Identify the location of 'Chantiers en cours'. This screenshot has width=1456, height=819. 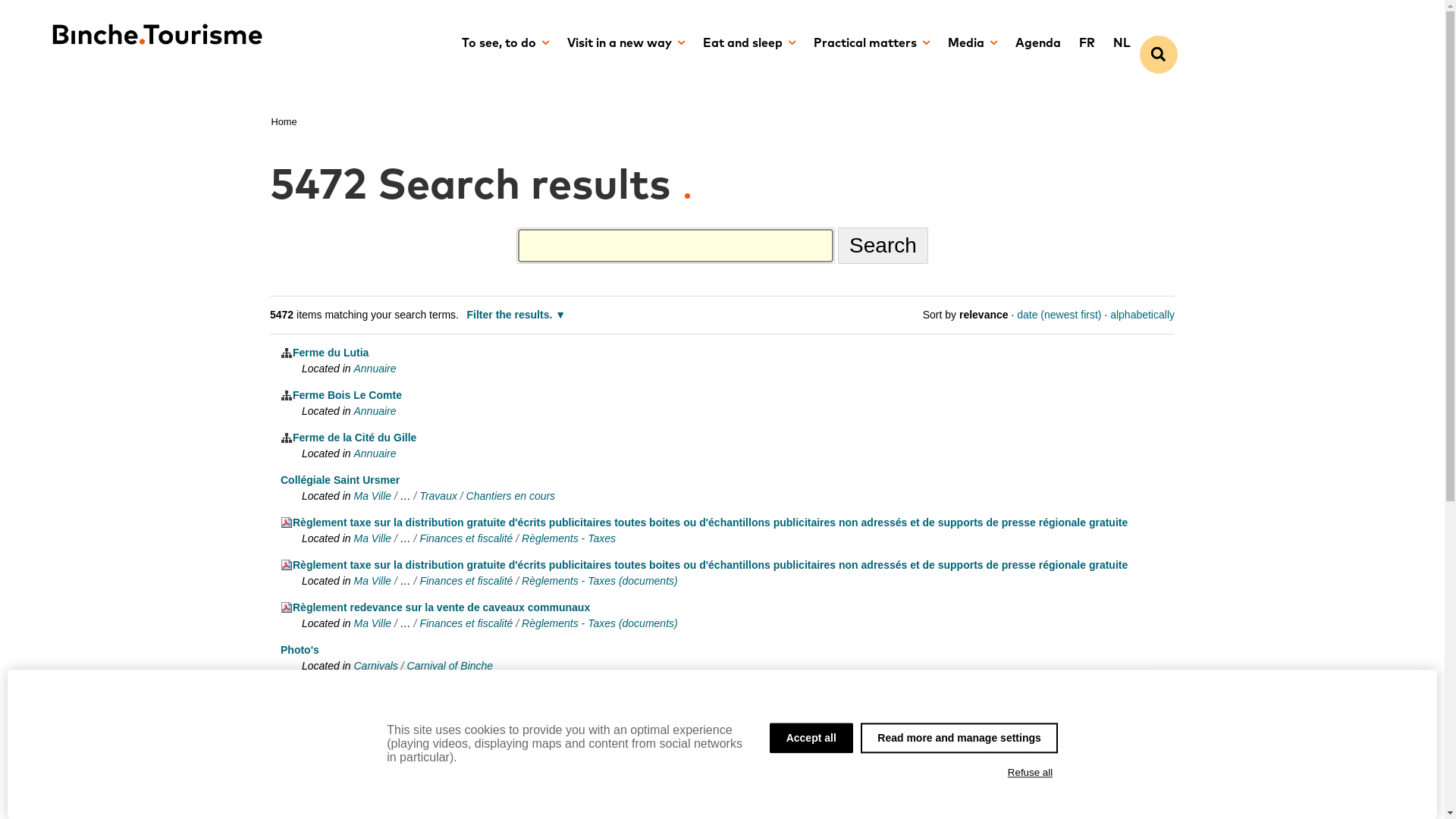
(510, 496).